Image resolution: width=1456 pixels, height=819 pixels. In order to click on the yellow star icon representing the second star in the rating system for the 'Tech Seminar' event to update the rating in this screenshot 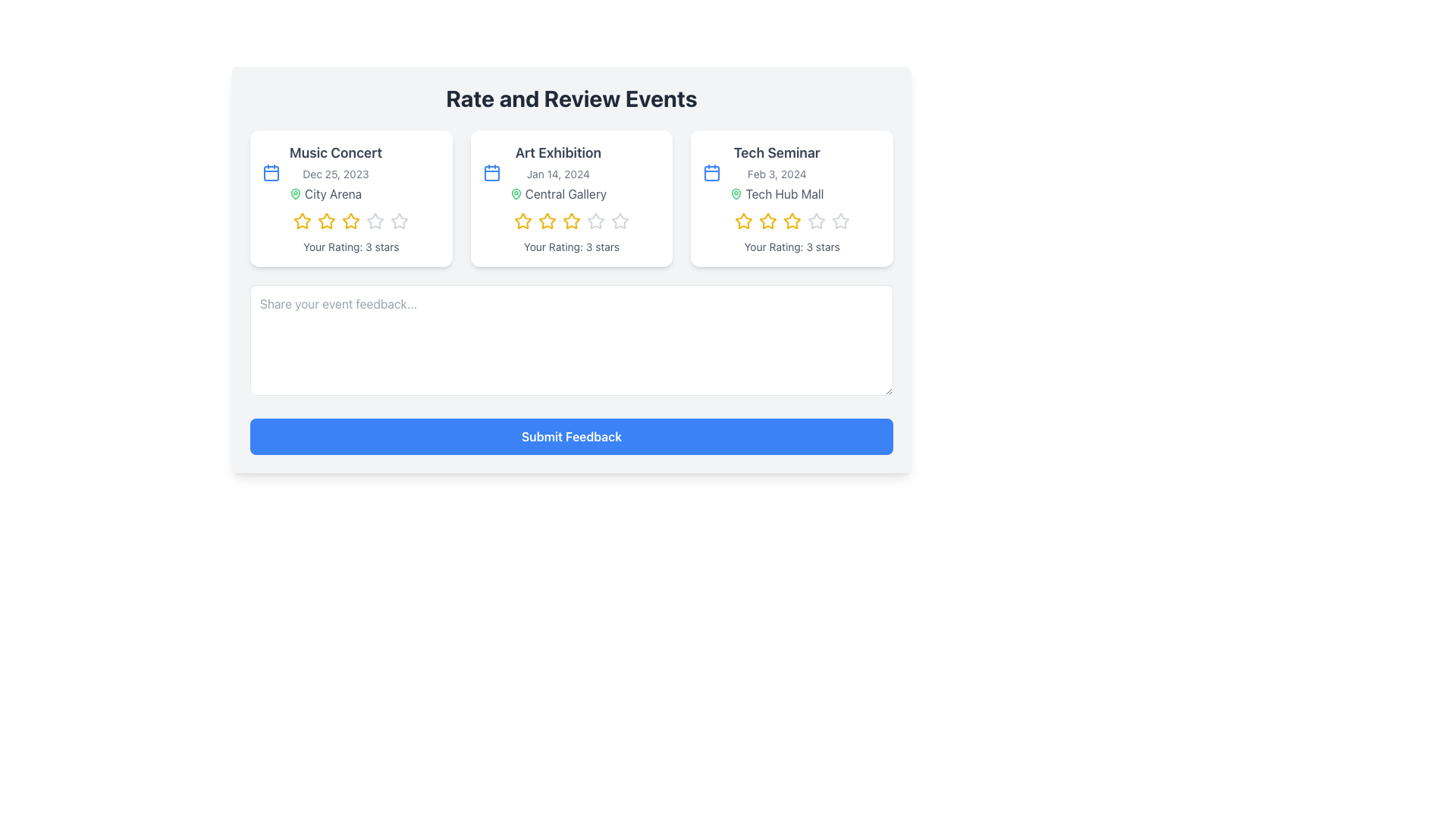, I will do `click(767, 221)`.